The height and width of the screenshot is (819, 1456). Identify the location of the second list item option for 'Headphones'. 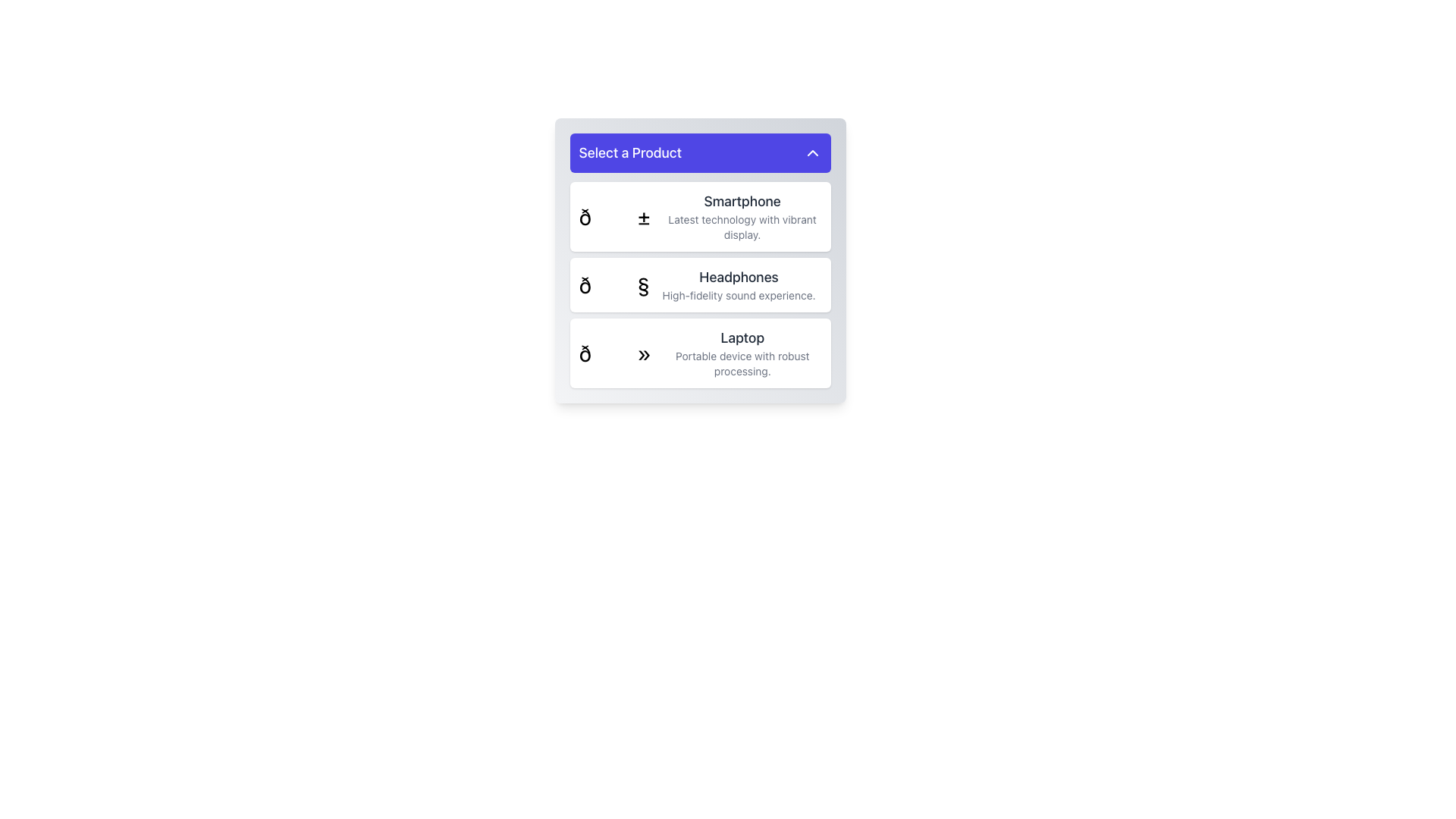
(699, 284).